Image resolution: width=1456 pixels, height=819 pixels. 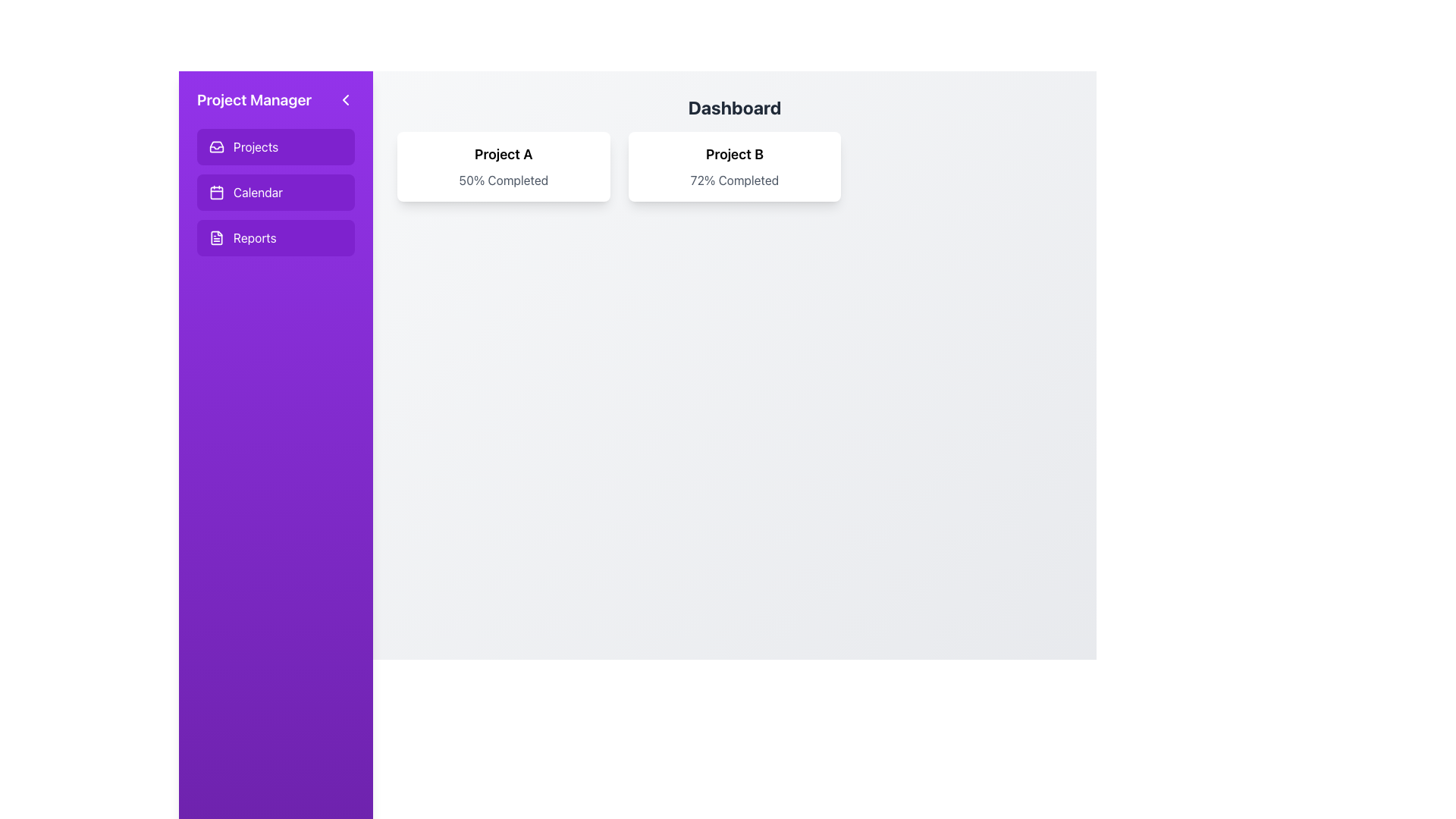 What do you see at coordinates (276, 99) in the screenshot?
I see `the 'Project Manager' heading in the sidebar` at bounding box center [276, 99].